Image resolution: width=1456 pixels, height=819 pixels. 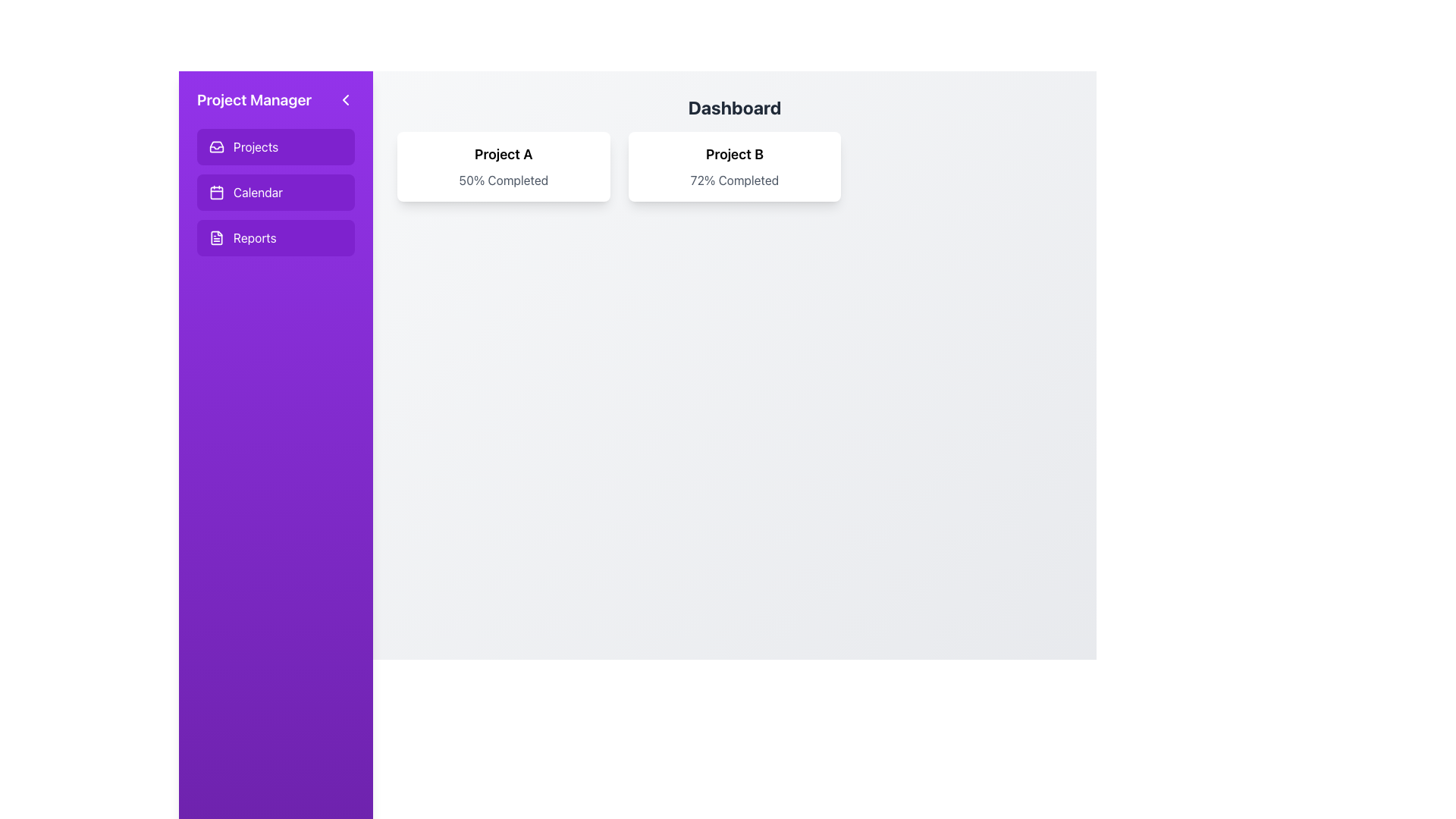 What do you see at coordinates (276, 99) in the screenshot?
I see `the 'Project Manager' heading in the sidebar` at bounding box center [276, 99].